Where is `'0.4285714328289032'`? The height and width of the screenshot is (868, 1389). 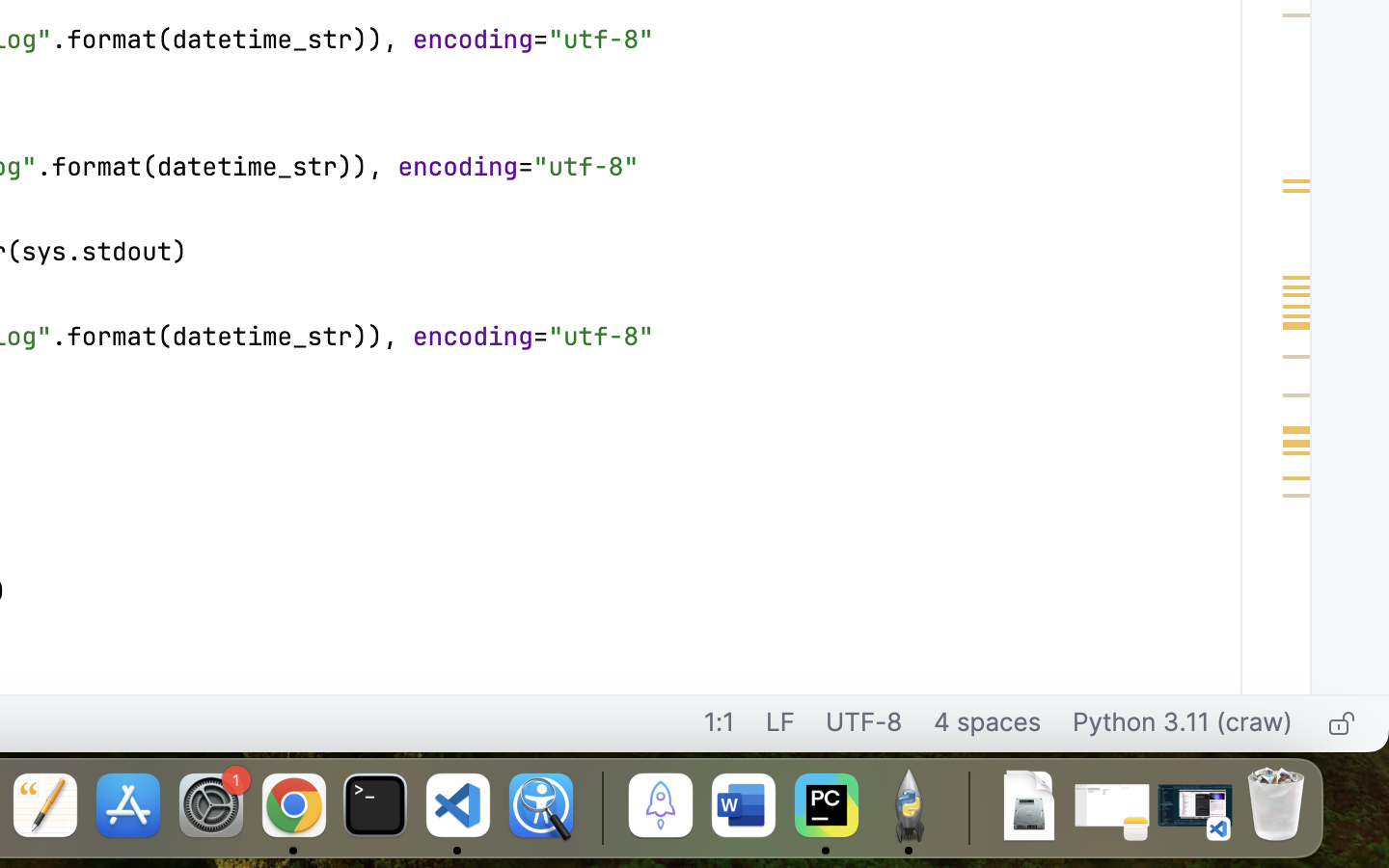 '0.4285714328289032' is located at coordinates (598, 807).